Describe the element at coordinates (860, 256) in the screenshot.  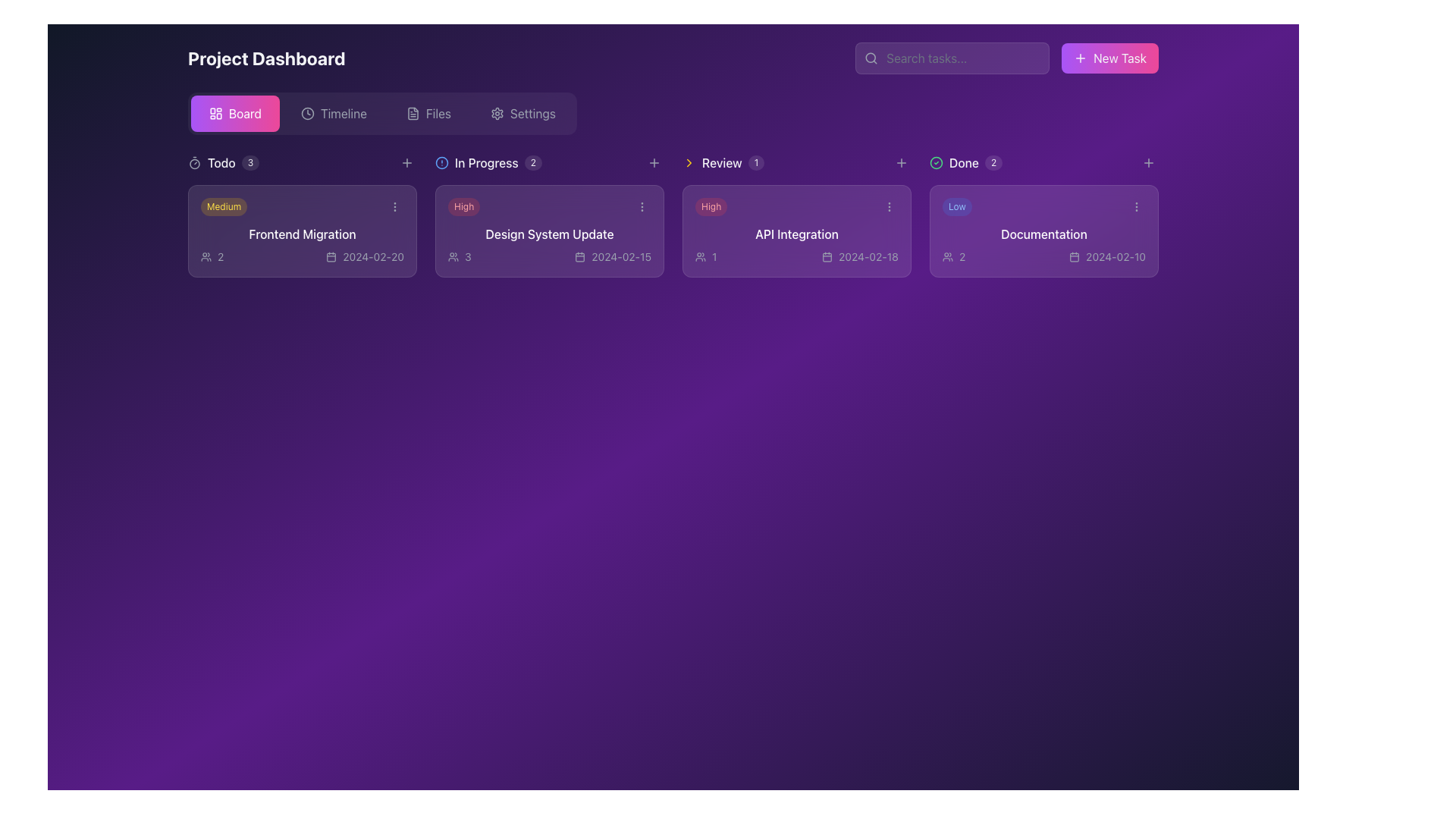
I see `date '2024-02-18' from the timestamp indicator, which consists of a calendar icon and is located in the lower-right section of the 'API Integration' card in the 'Review' column of the dashboard` at that location.